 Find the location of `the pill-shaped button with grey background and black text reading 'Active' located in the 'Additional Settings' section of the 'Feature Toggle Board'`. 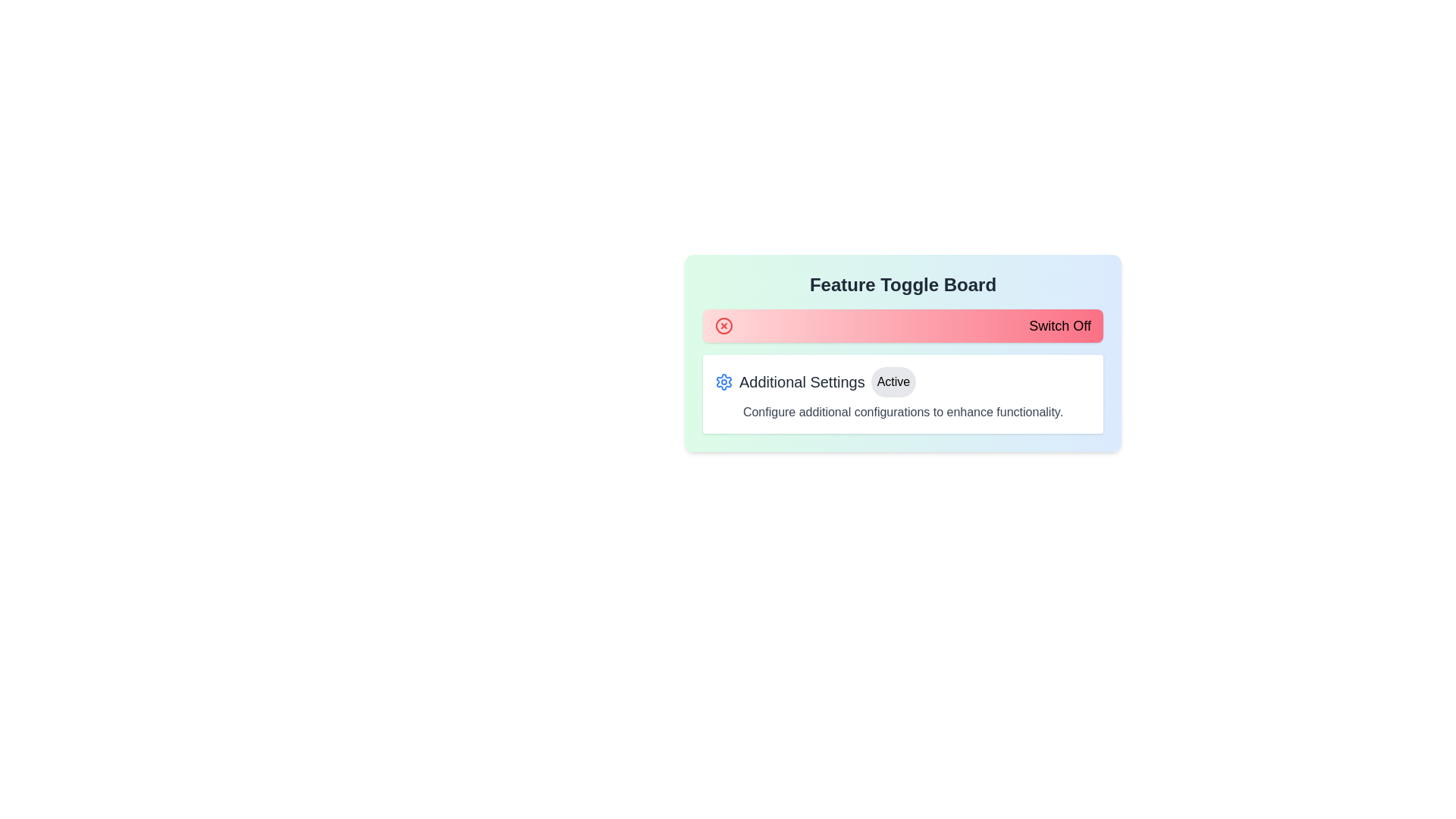

the pill-shaped button with grey background and black text reading 'Active' located in the 'Additional Settings' section of the 'Feature Toggle Board' is located at coordinates (893, 381).